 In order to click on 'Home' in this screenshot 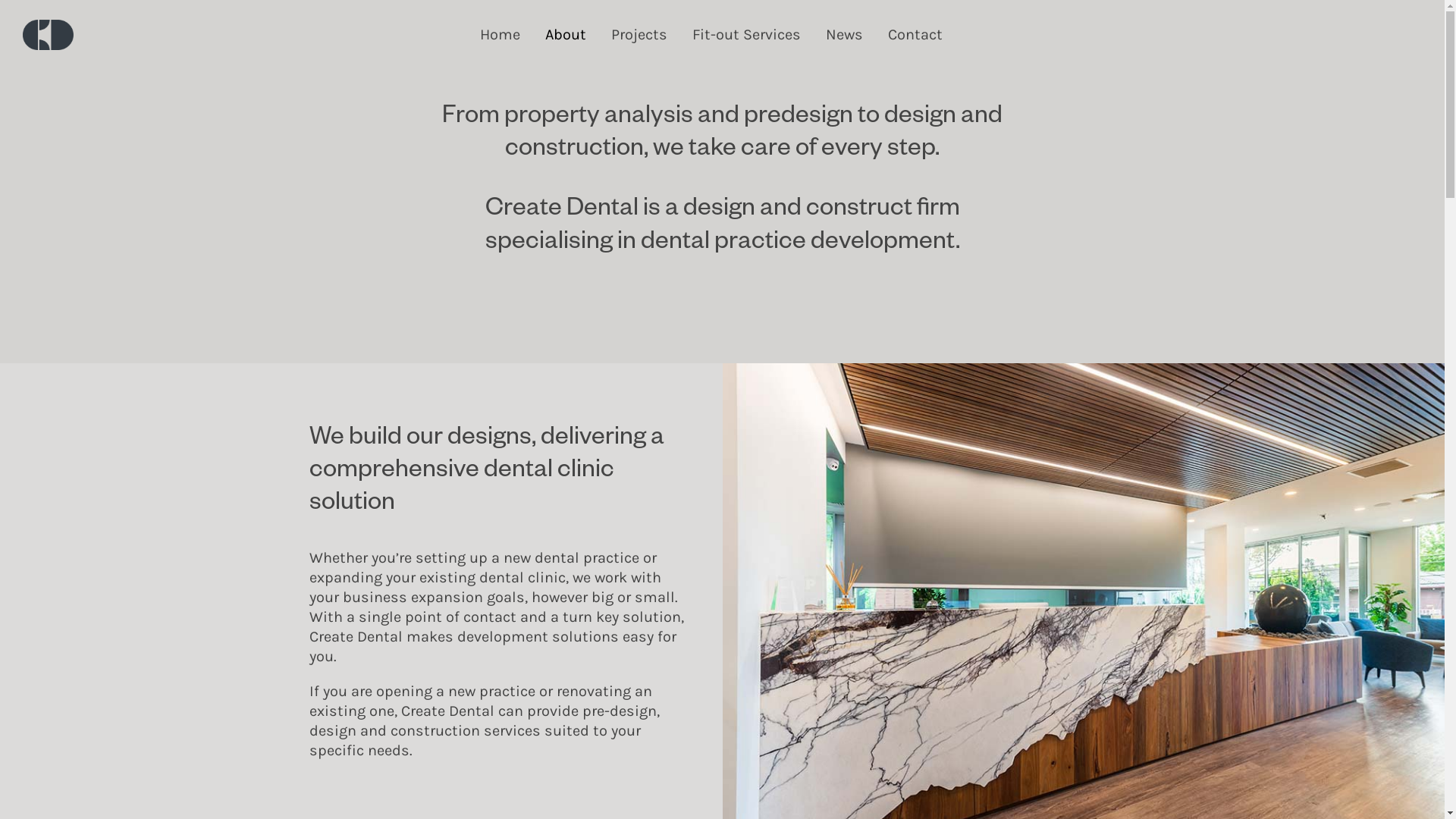, I will do `click(499, 34)`.